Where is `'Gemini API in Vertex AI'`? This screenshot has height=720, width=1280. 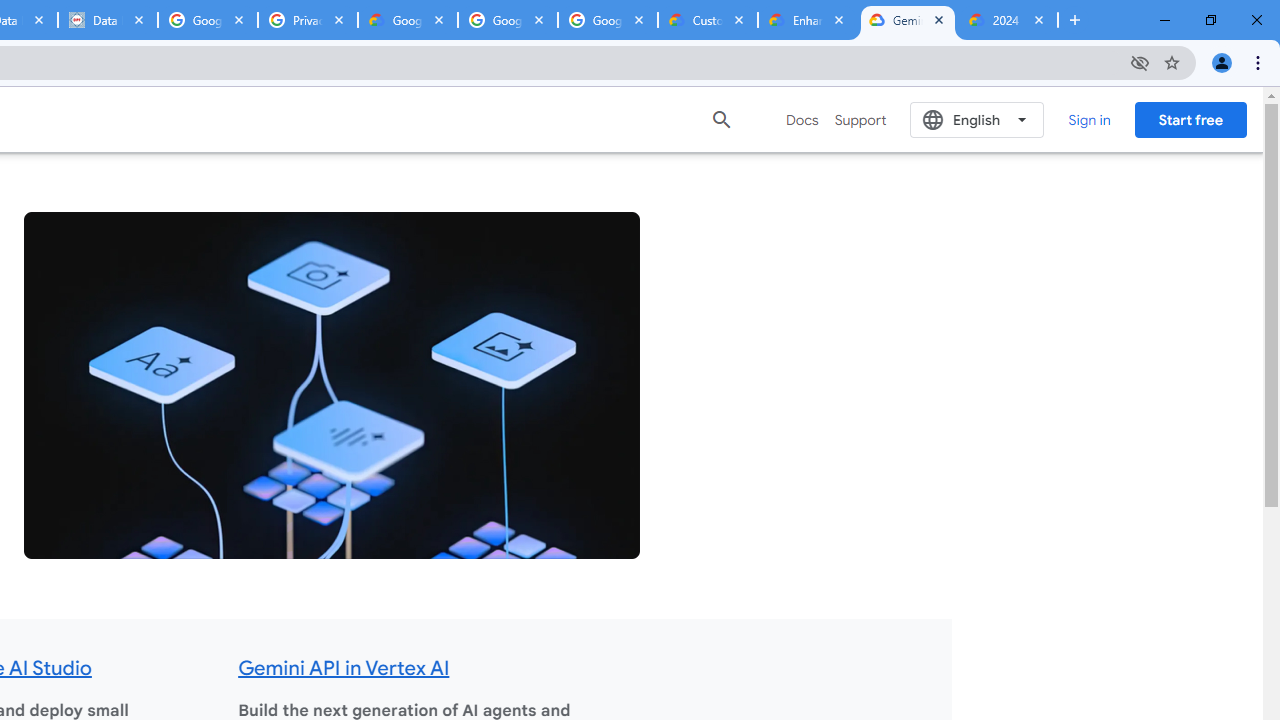 'Gemini API in Vertex AI' is located at coordinates (344, 668).